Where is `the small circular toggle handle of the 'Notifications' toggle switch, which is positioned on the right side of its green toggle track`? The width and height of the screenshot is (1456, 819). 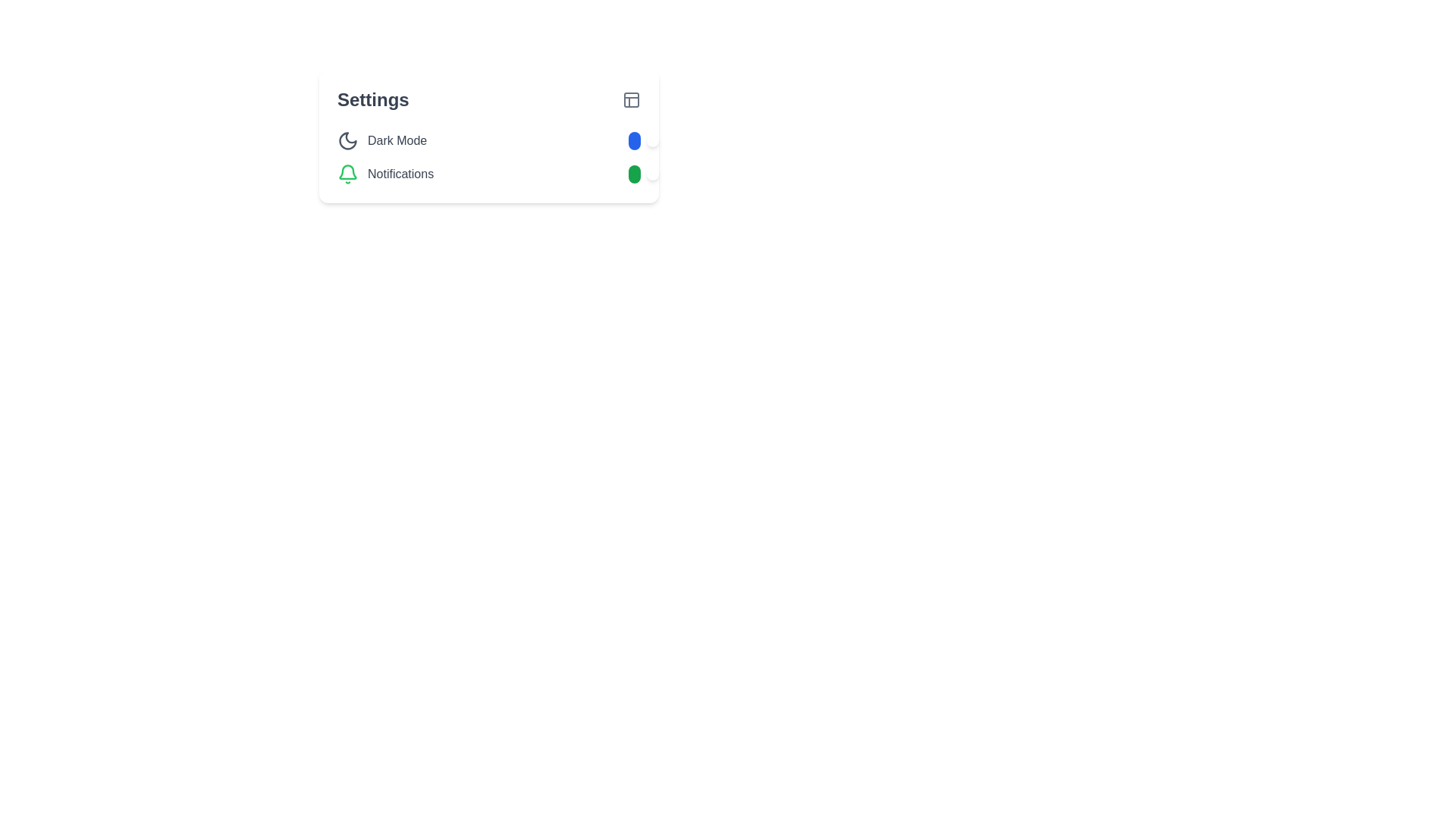
the small circular toggle handle of the 'Notifications' toggle switch, which is positioned on the right side of its green toggle track is located at coordinates (652, 174).